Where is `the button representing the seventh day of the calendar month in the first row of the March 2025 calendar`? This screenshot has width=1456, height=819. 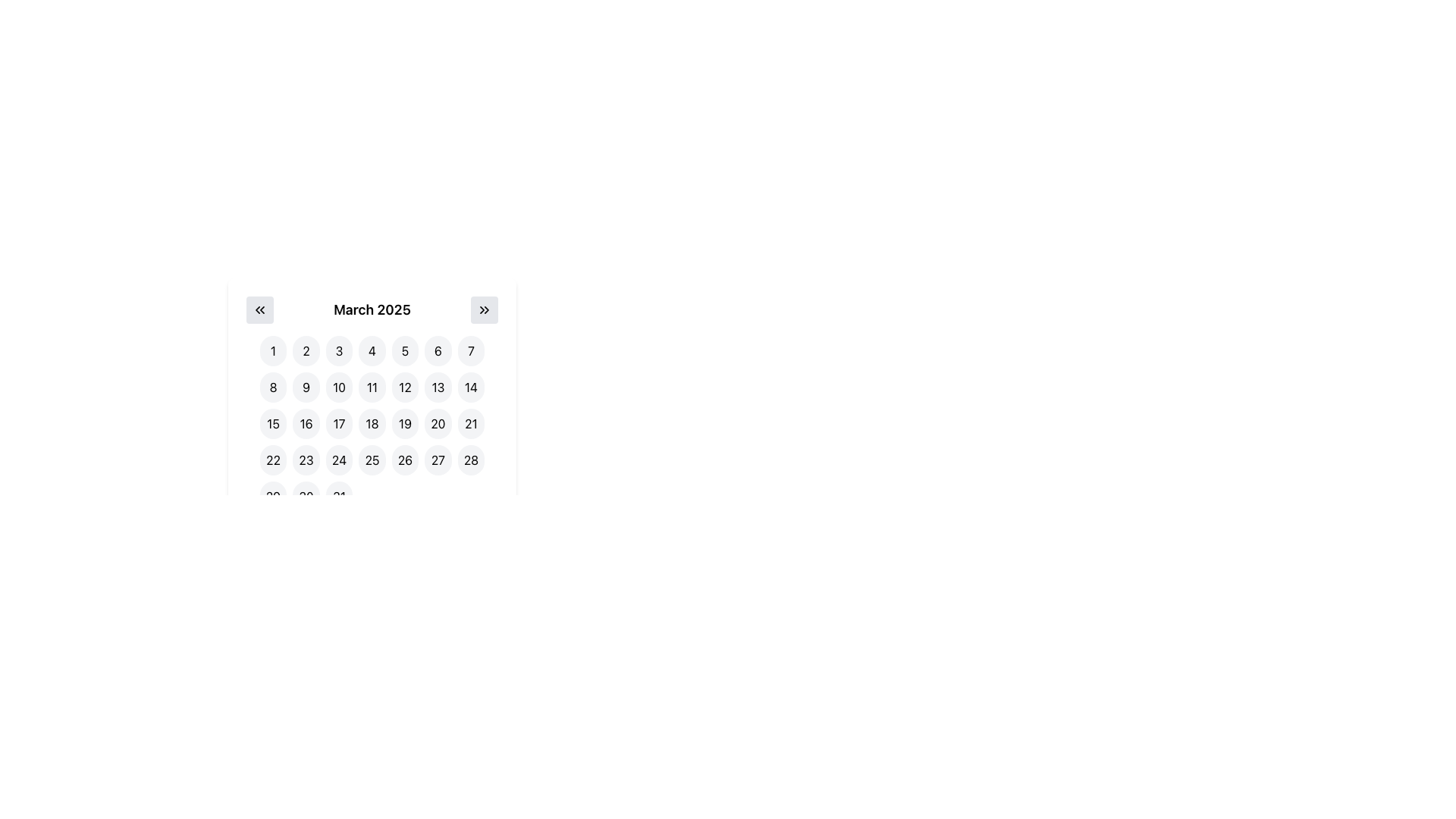
the button representing the seventh day of the calendar month in the first row of the March 2025 calendar is located at coordinates (470, 350).